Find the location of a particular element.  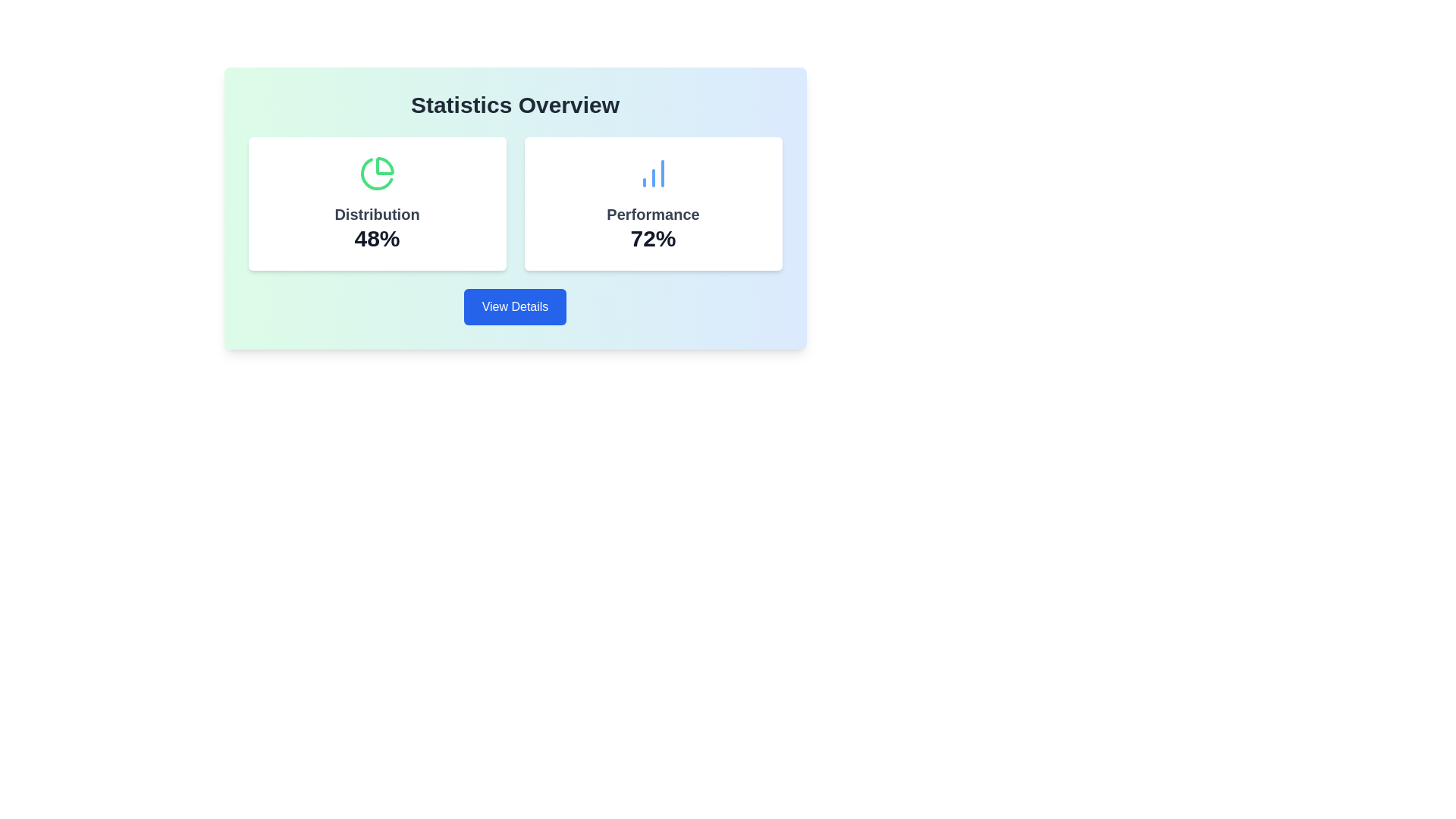

the top-right segment of the green pie chart located in the statistics overview section above the 'Distribution' label is located at coordinates (384, 166).